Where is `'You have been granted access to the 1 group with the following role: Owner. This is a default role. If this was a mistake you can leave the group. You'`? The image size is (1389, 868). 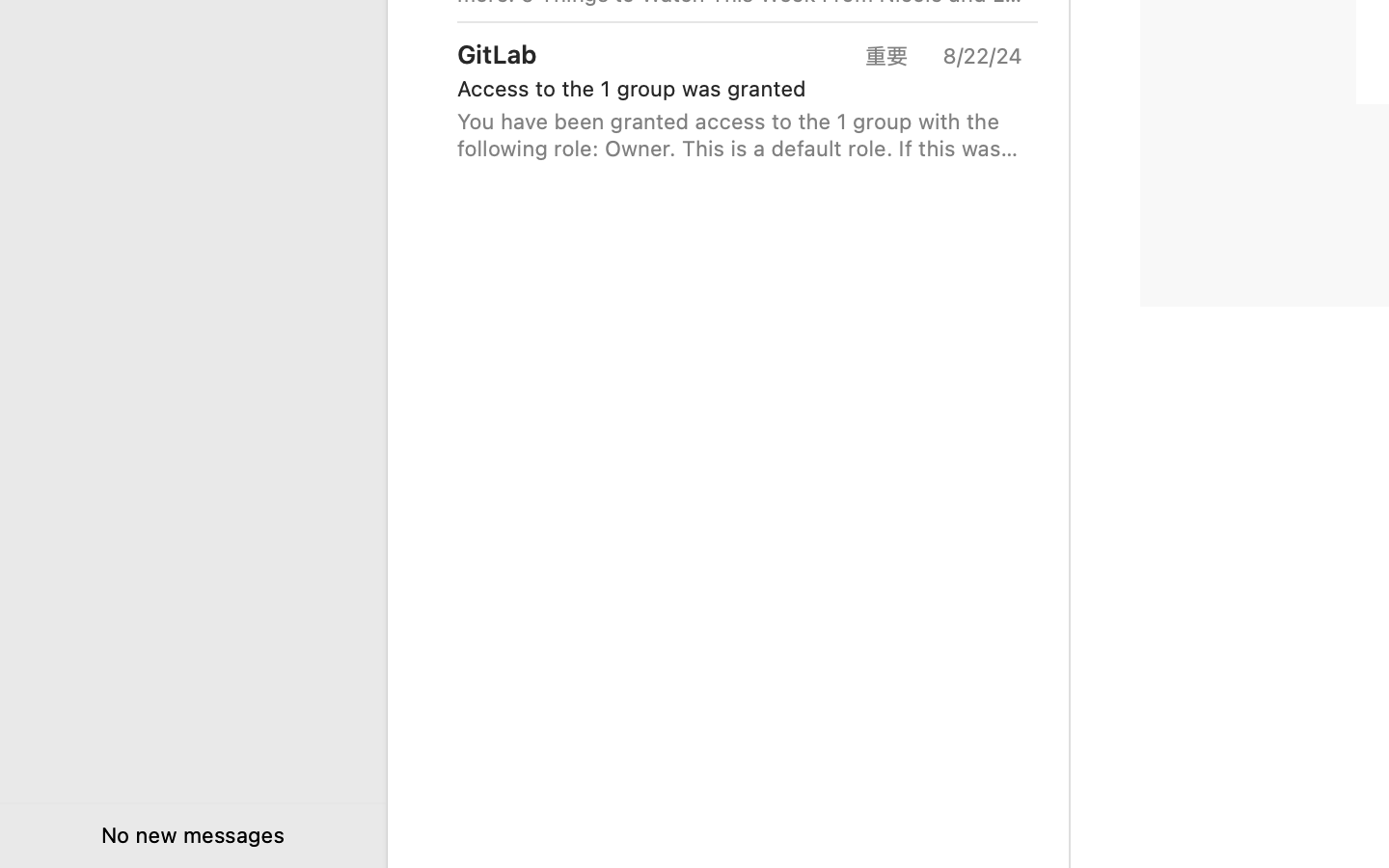
'You have been granted access to the 1 group with the following role: Owner. This is a default role. If this was a mistake you can leave the group. You' is located at coordinates (738, 135).